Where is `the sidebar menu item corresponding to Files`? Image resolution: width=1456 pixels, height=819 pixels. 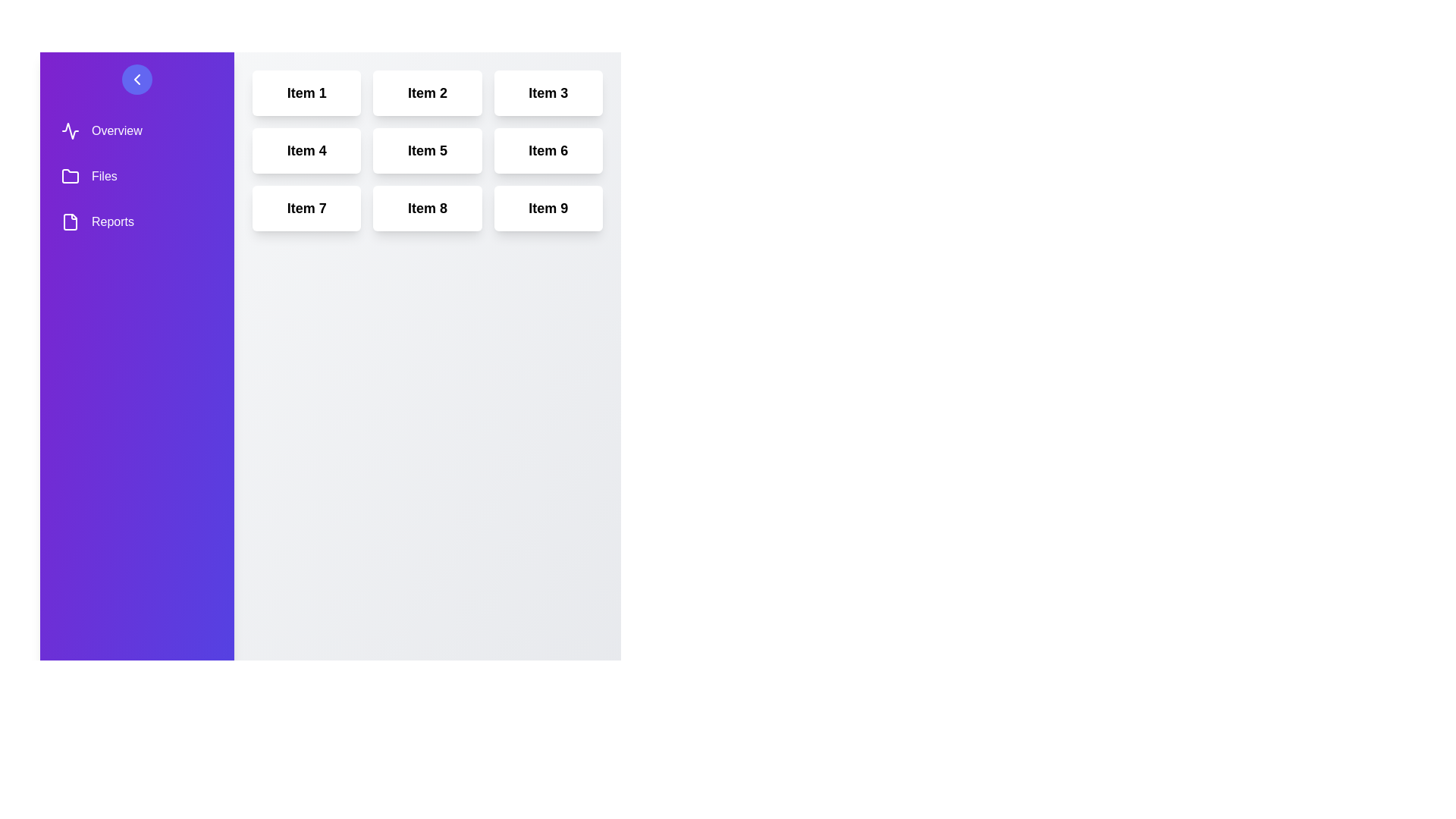
the sidebar menu item corresponding to Files is located at coordinates (137, 175).